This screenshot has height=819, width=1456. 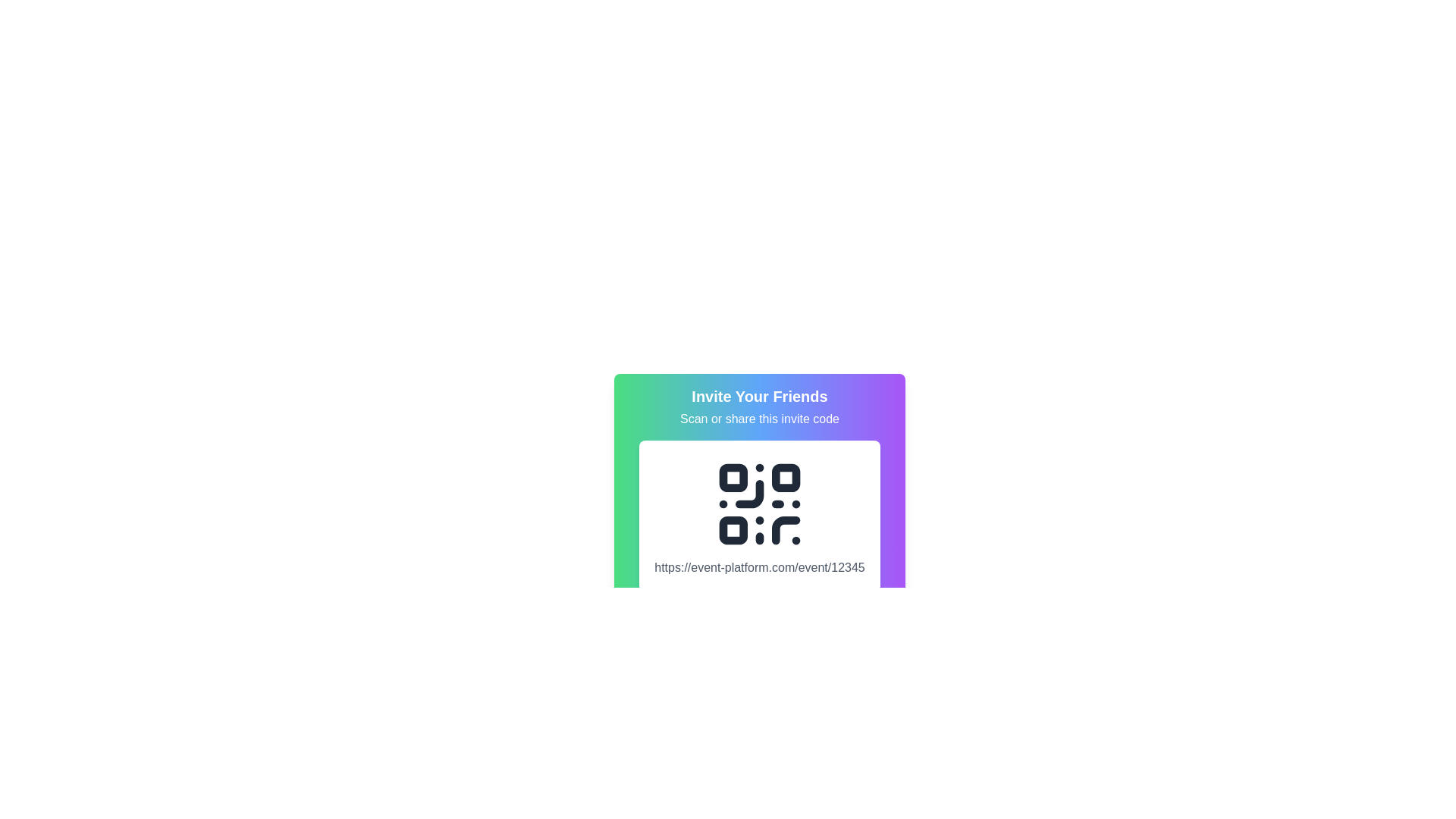 I want to click on the static text that provides instructional guidance for scanning or sharing the invite code, located below 'Invite Your Friends' and above the QR code, so click(x=760, y=419).